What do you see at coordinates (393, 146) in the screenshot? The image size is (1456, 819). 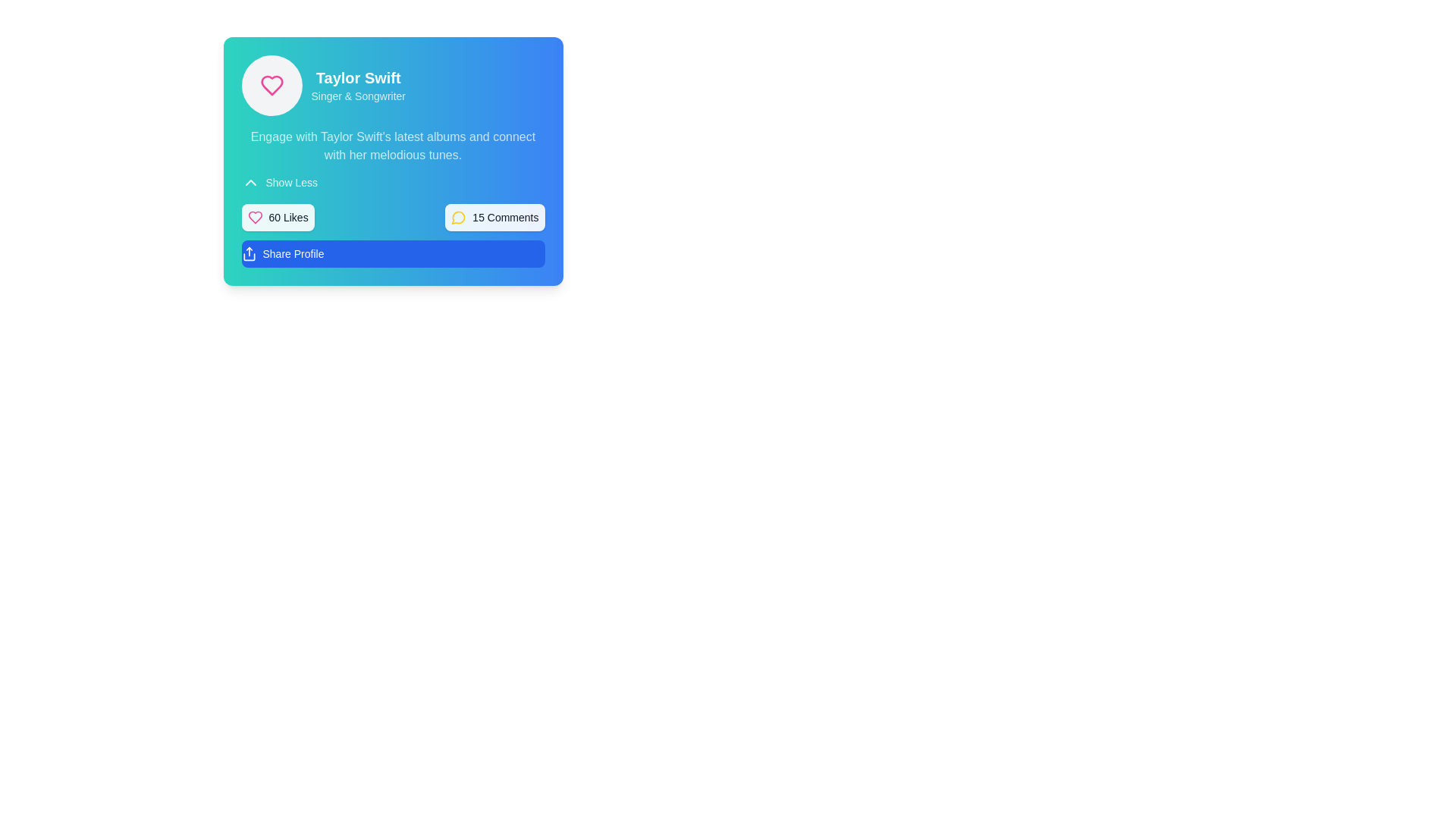 I see `the Text Paragraph element containing the text 'Engage with Taylor Swift's latest albums and connect with her melodious tunes.', located below the title 'Taylor Swift' and above the 'Show Less' button` at bounding box center [393, 146].